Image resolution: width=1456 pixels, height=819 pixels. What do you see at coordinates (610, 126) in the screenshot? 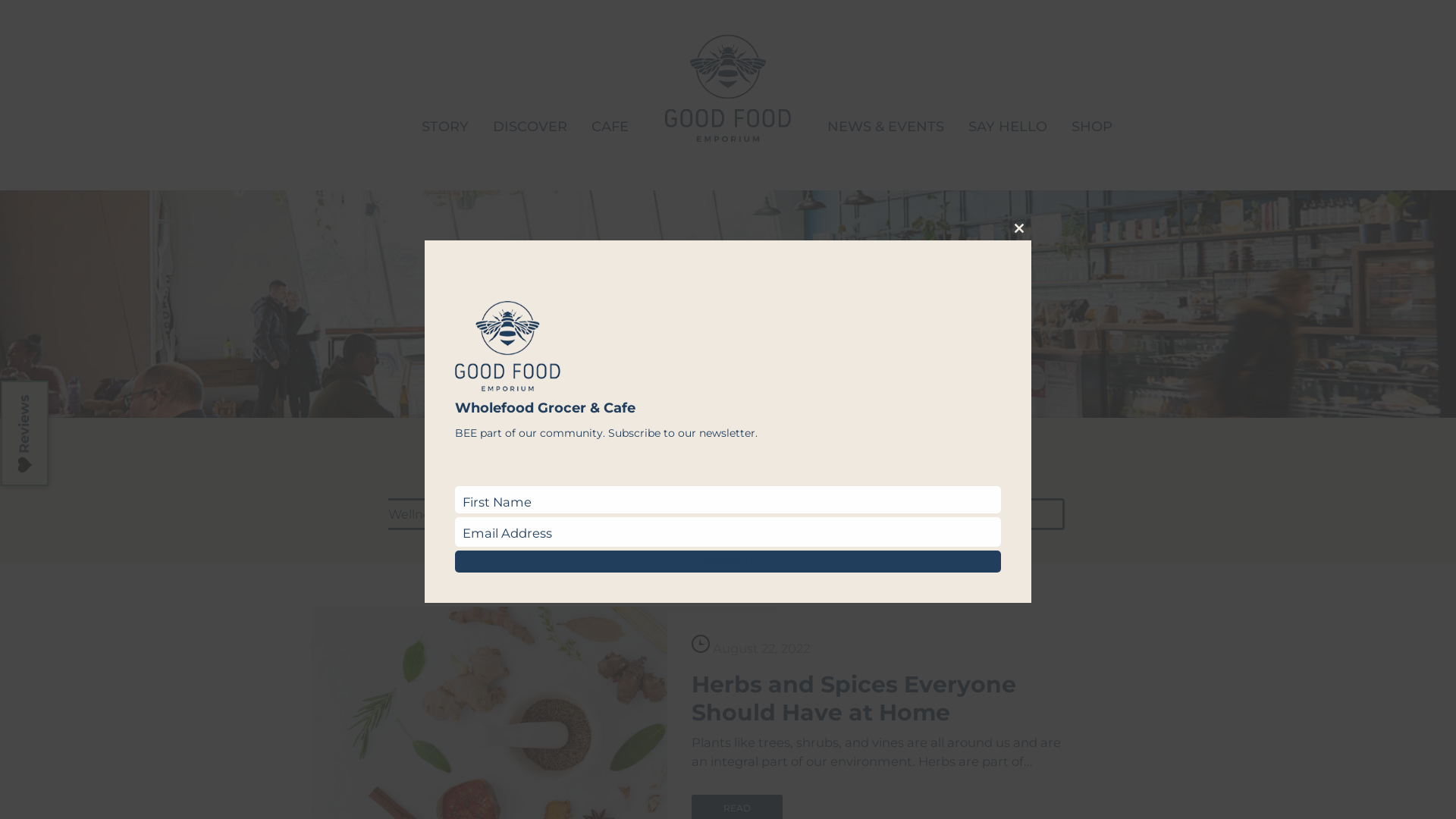
I see `'CAFE'` at bounding box center [610, 126].